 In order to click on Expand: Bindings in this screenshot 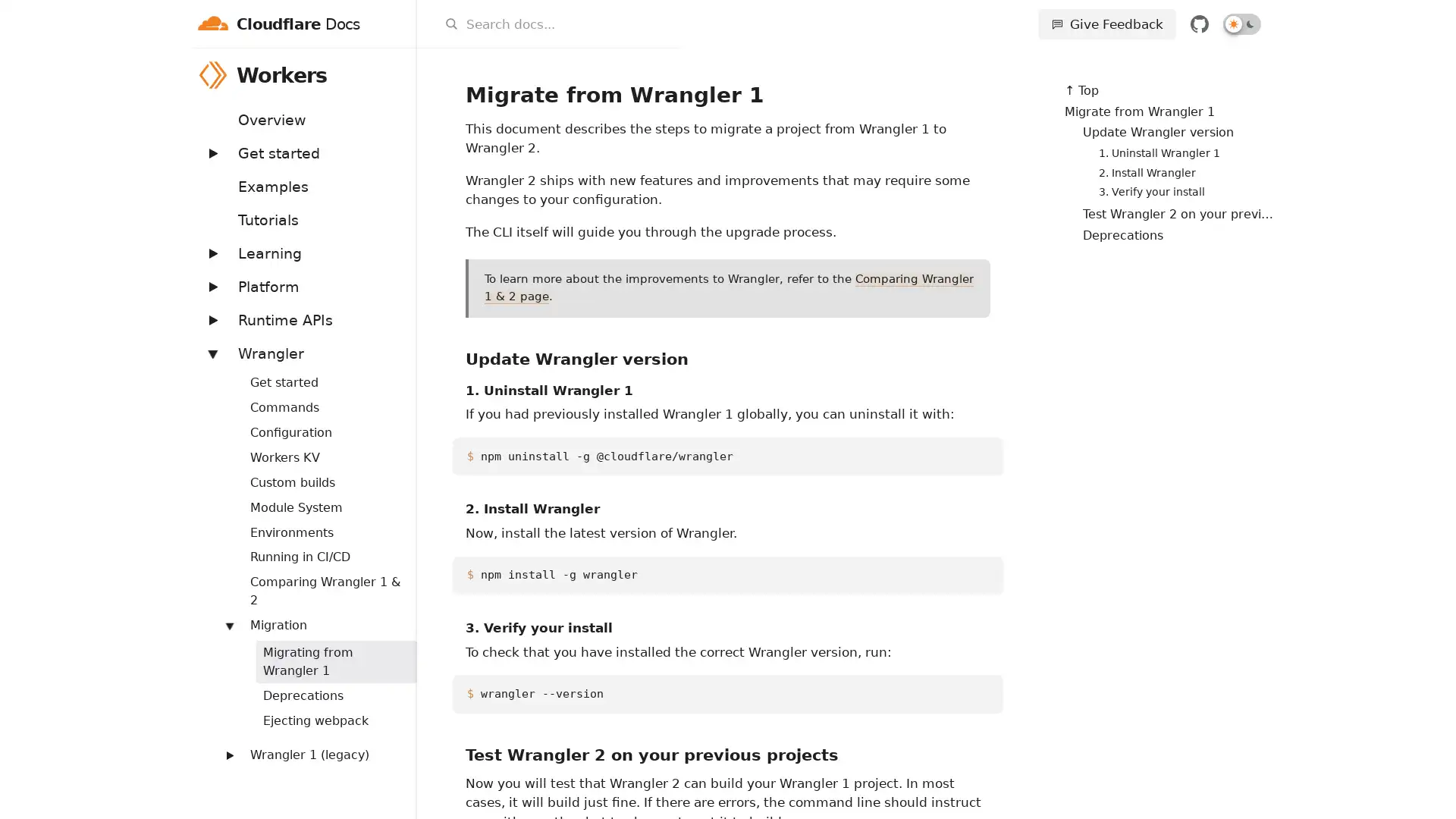, I will do `click(221, 339)`.